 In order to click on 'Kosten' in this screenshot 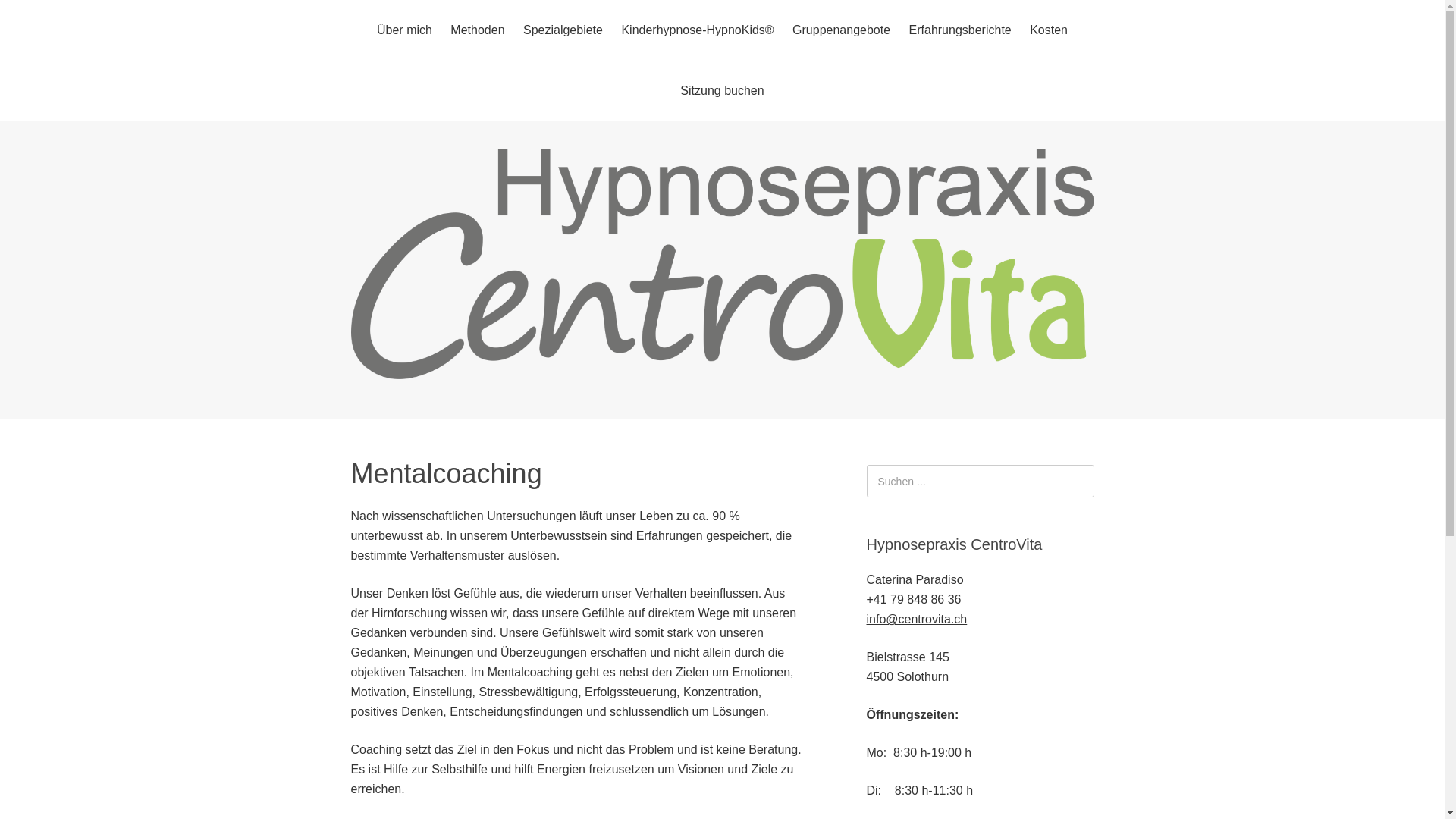, I will do `click(1047, 30)`.